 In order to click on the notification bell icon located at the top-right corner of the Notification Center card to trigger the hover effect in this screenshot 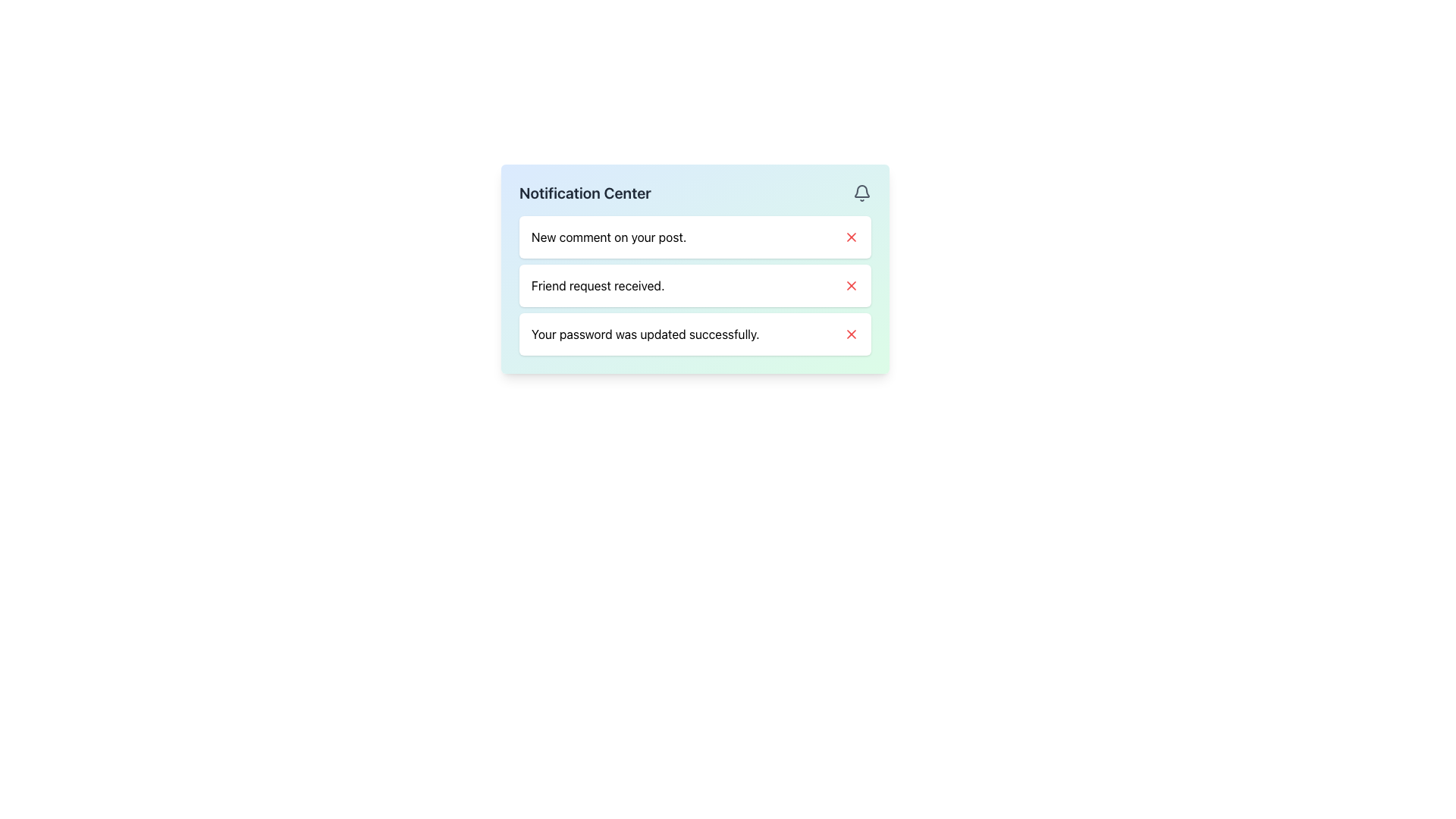, I will do `click(862, 192)`.